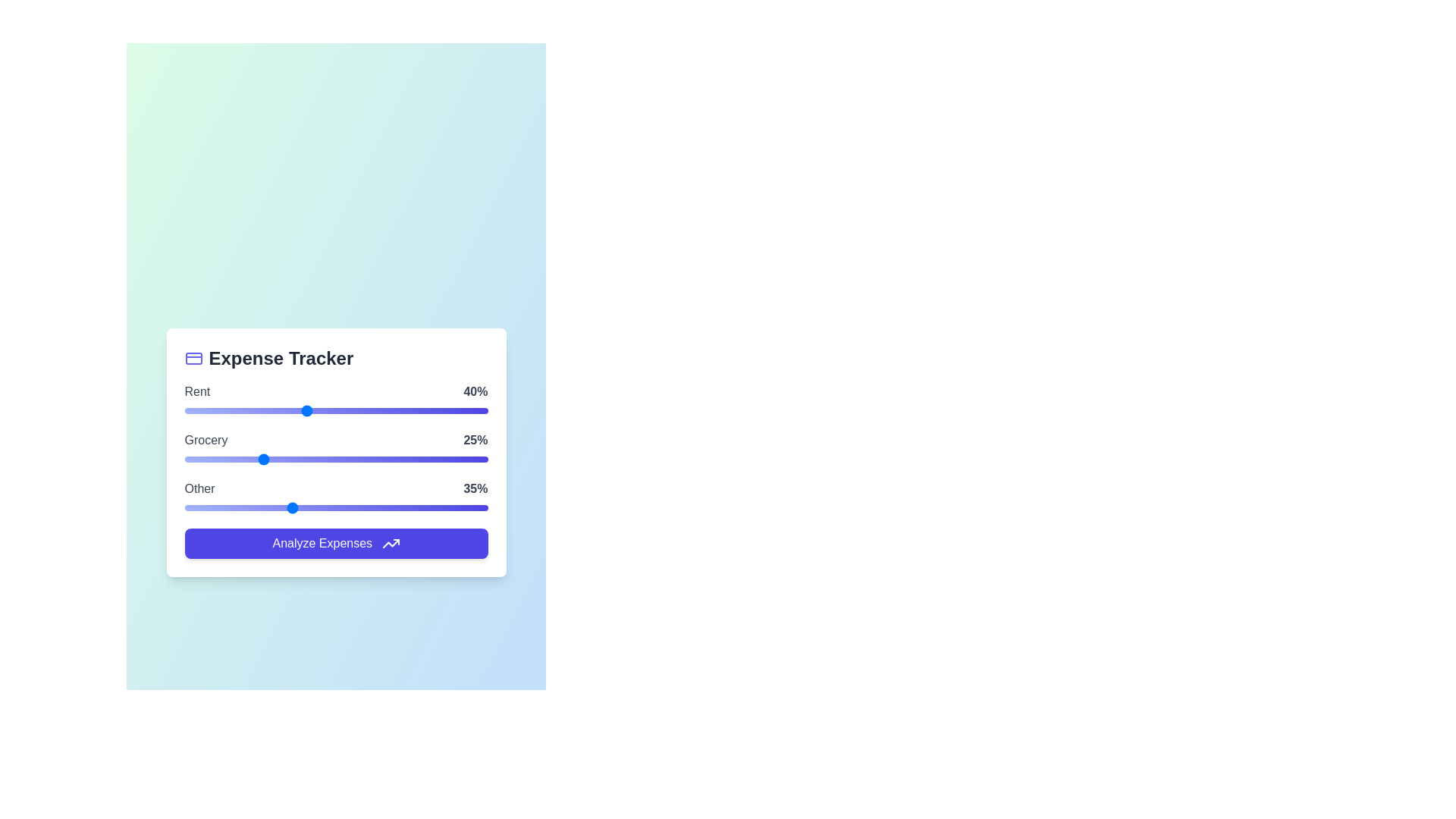 This screenshot has height=819, width=1456. I want to click on the 'Other' slider to 10%, so click(214, 507).